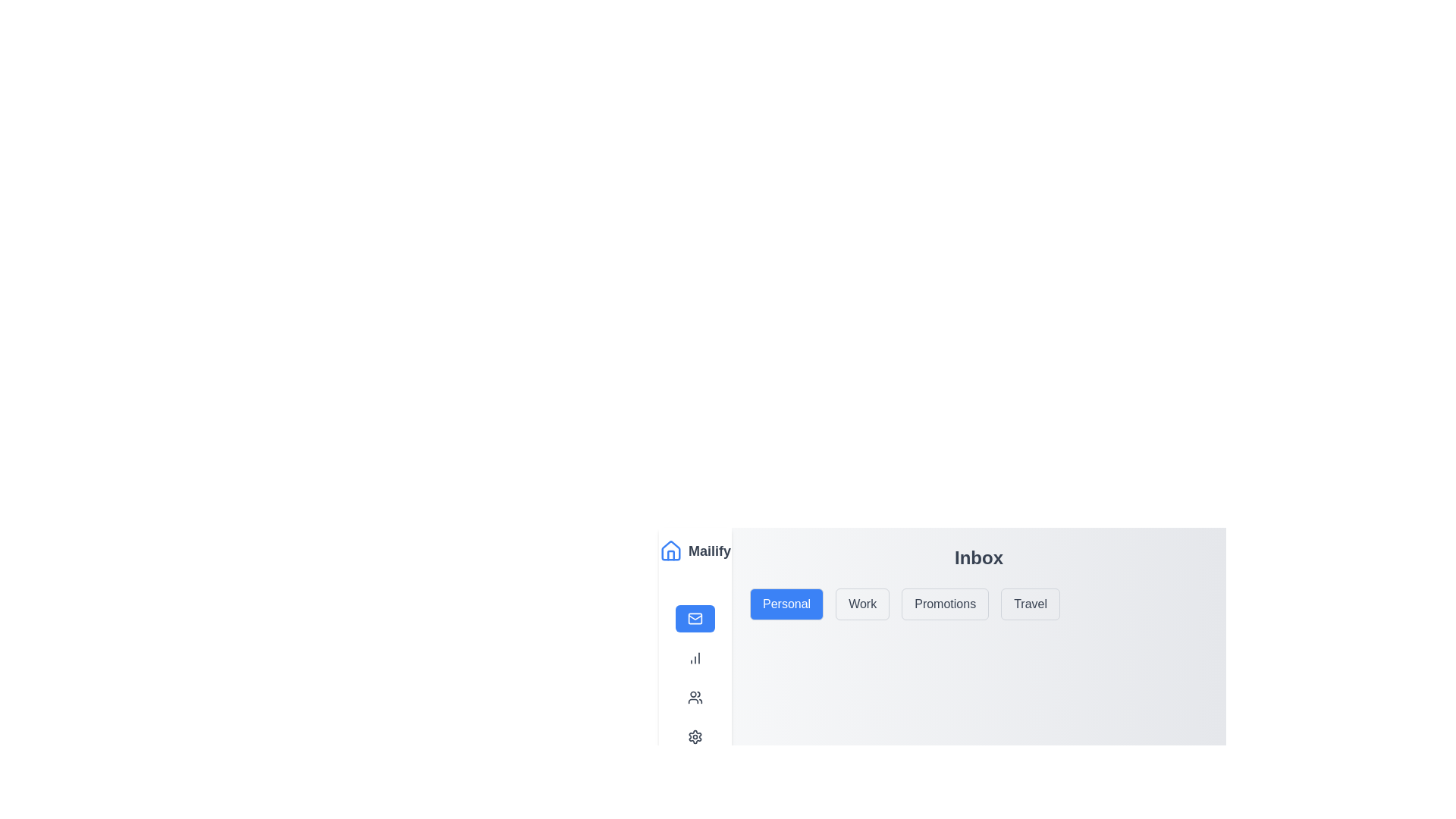 The height and width of the screenshot is (819, 1456). What do you see at coordinates (694, 698) in the screenshot?
I see `the third interactive button on the left-hand side of the interface` at bounding box center [694, 698].